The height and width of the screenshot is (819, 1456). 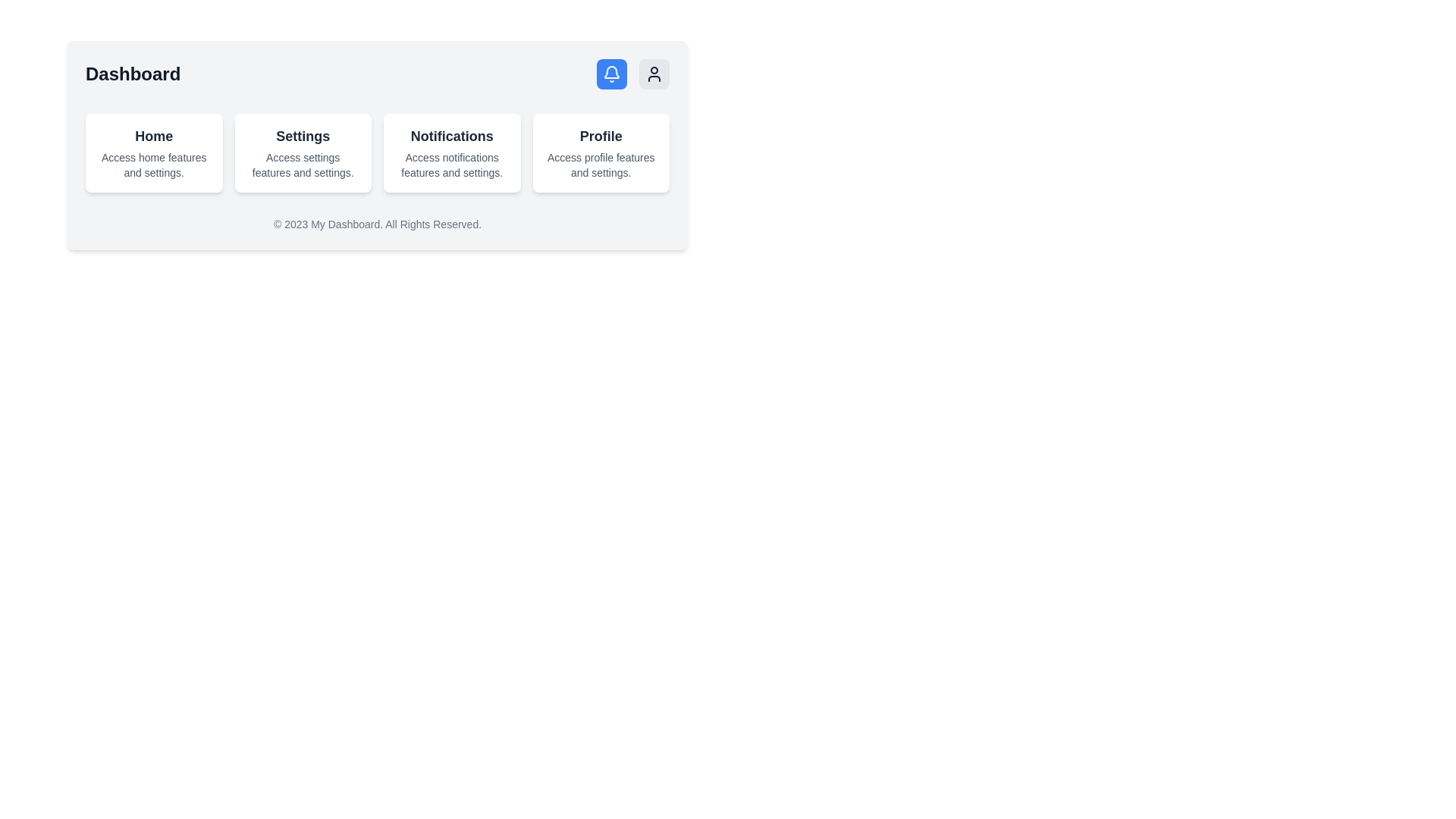 I want to click on the main title text label in the settings card section to potentially highlight it, so click(x=303, y=136).